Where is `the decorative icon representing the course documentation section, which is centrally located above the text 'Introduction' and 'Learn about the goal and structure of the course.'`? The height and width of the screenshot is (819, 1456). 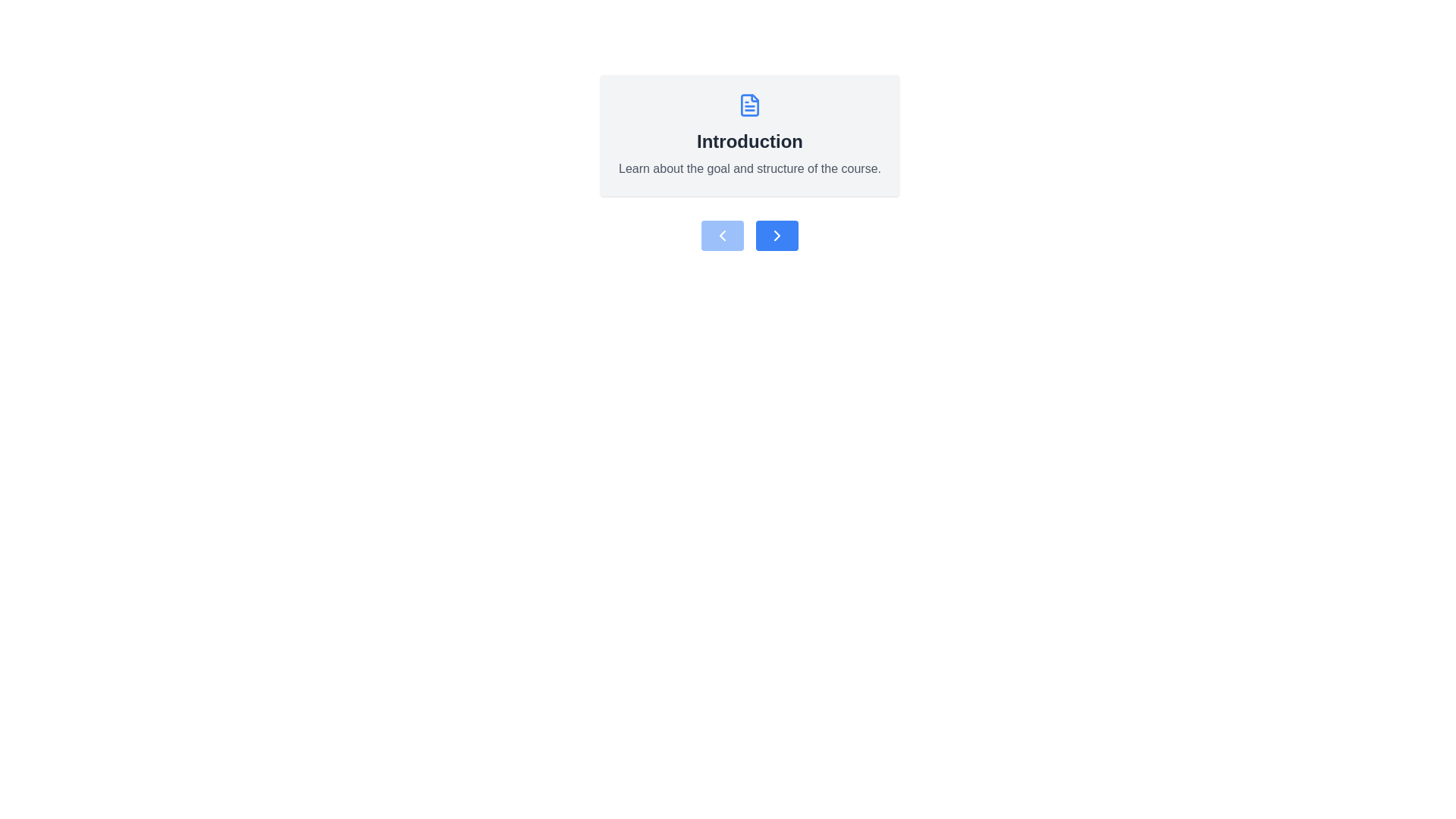
the decorative icon representing the course documentation section, which is centrally located above the text 'Introduction' and 'Learn about the goal and structure of the course.' is located at coordinates (749, 104).